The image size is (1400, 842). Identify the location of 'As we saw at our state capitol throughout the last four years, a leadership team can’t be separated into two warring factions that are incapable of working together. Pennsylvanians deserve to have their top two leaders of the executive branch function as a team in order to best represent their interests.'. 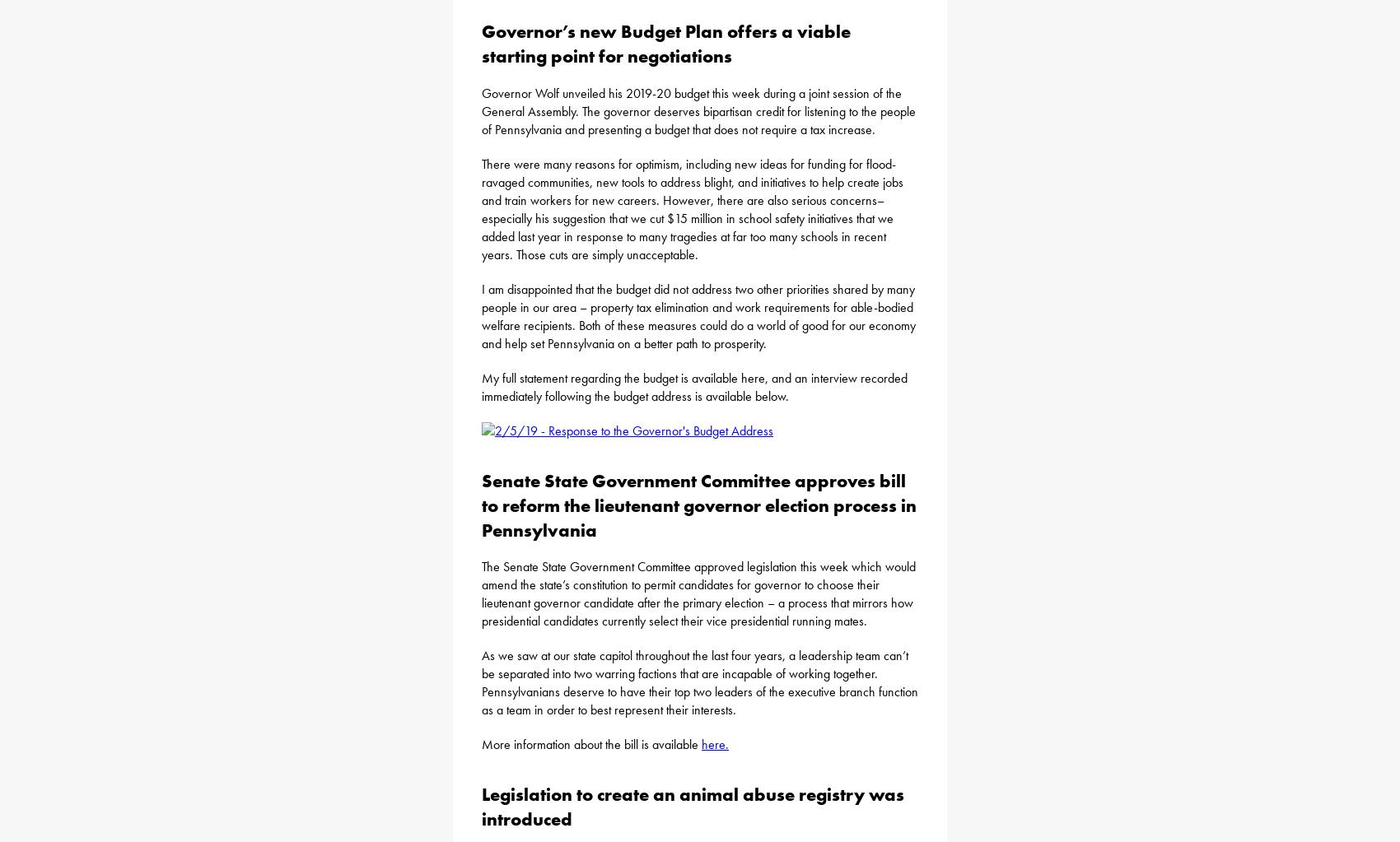
(700, 681).